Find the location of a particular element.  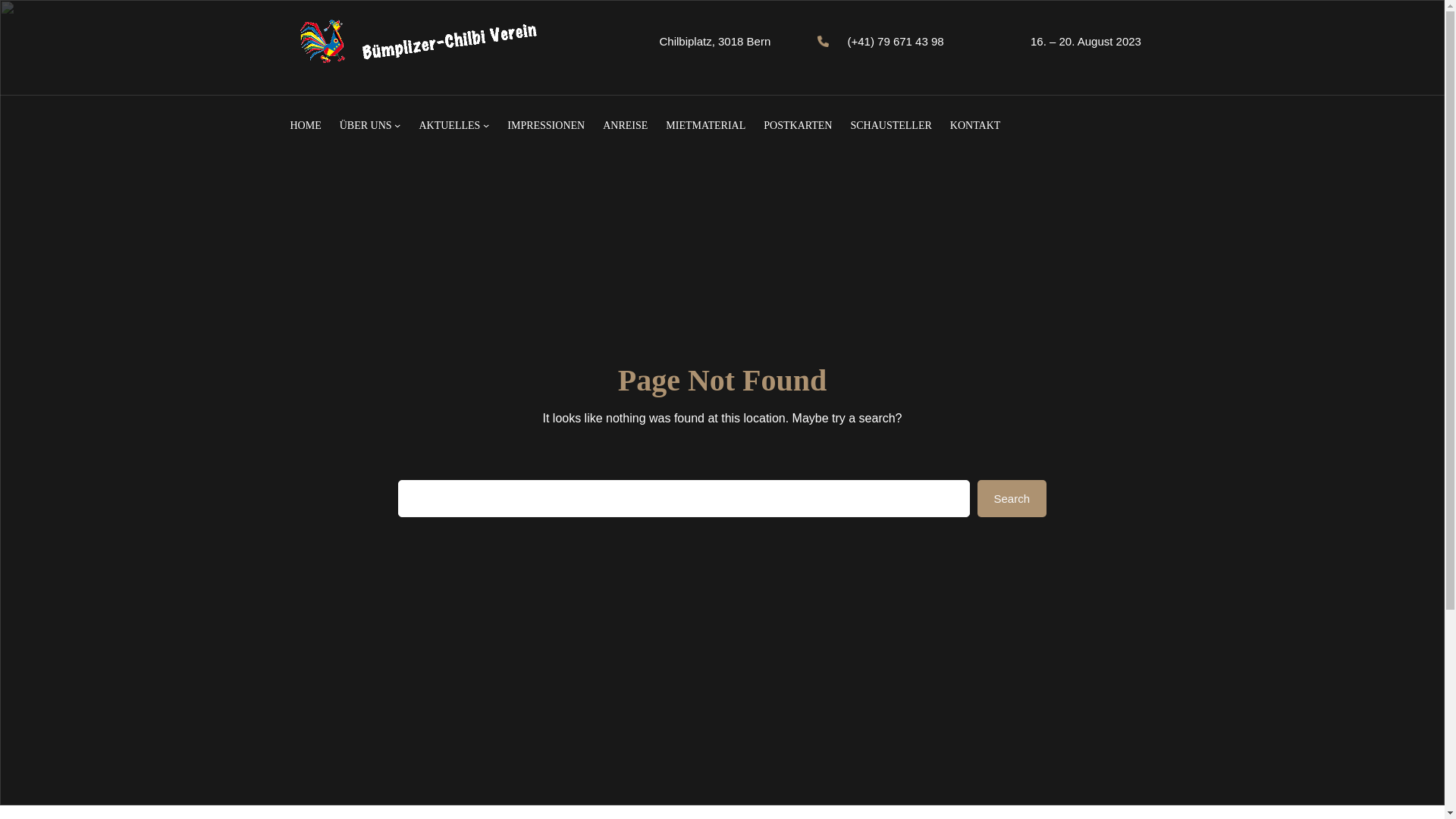

'Search' is located at coordinates (1012, 499).